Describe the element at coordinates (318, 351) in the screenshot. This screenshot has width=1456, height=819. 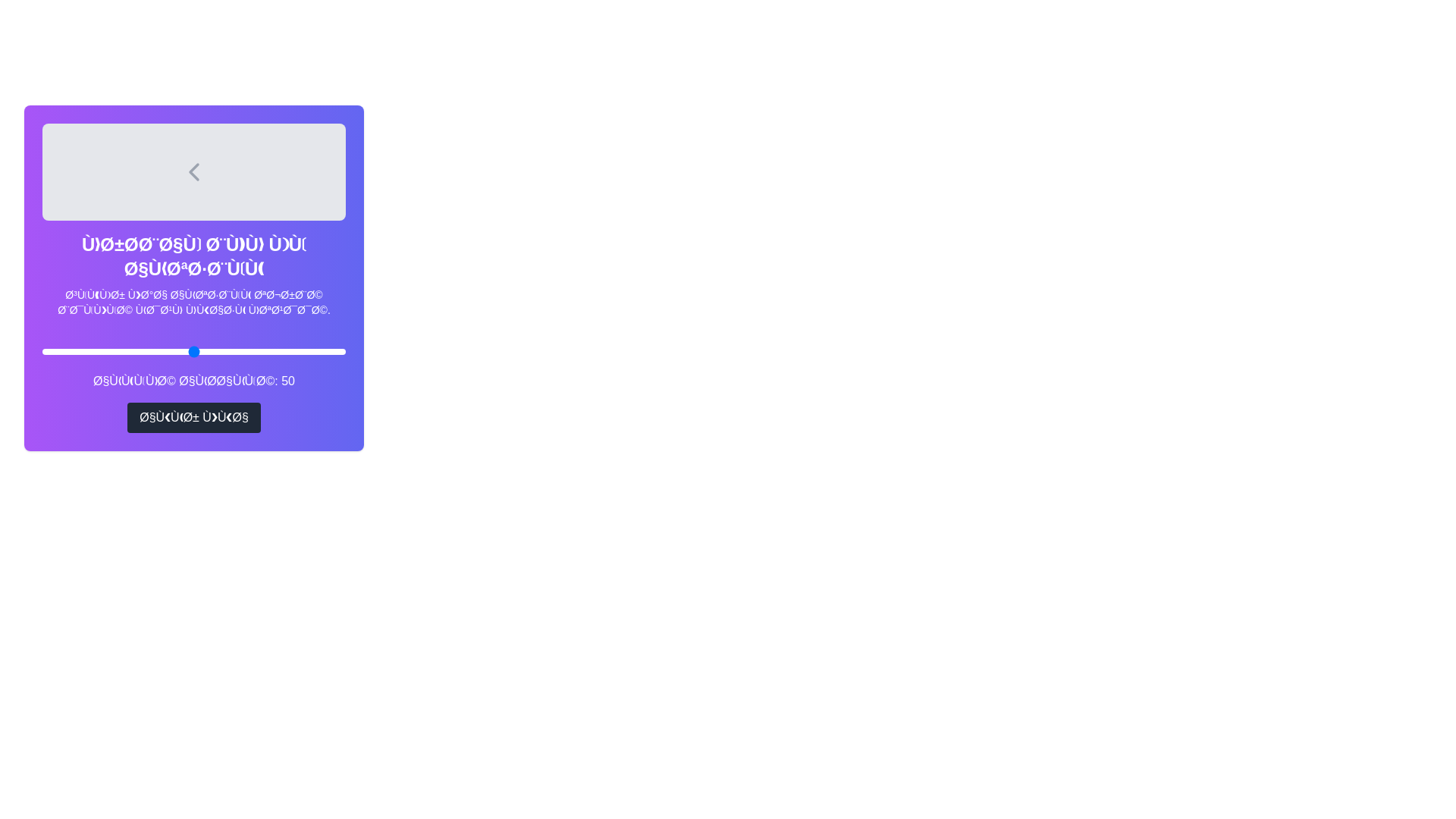
I see `the slider value` at that location.